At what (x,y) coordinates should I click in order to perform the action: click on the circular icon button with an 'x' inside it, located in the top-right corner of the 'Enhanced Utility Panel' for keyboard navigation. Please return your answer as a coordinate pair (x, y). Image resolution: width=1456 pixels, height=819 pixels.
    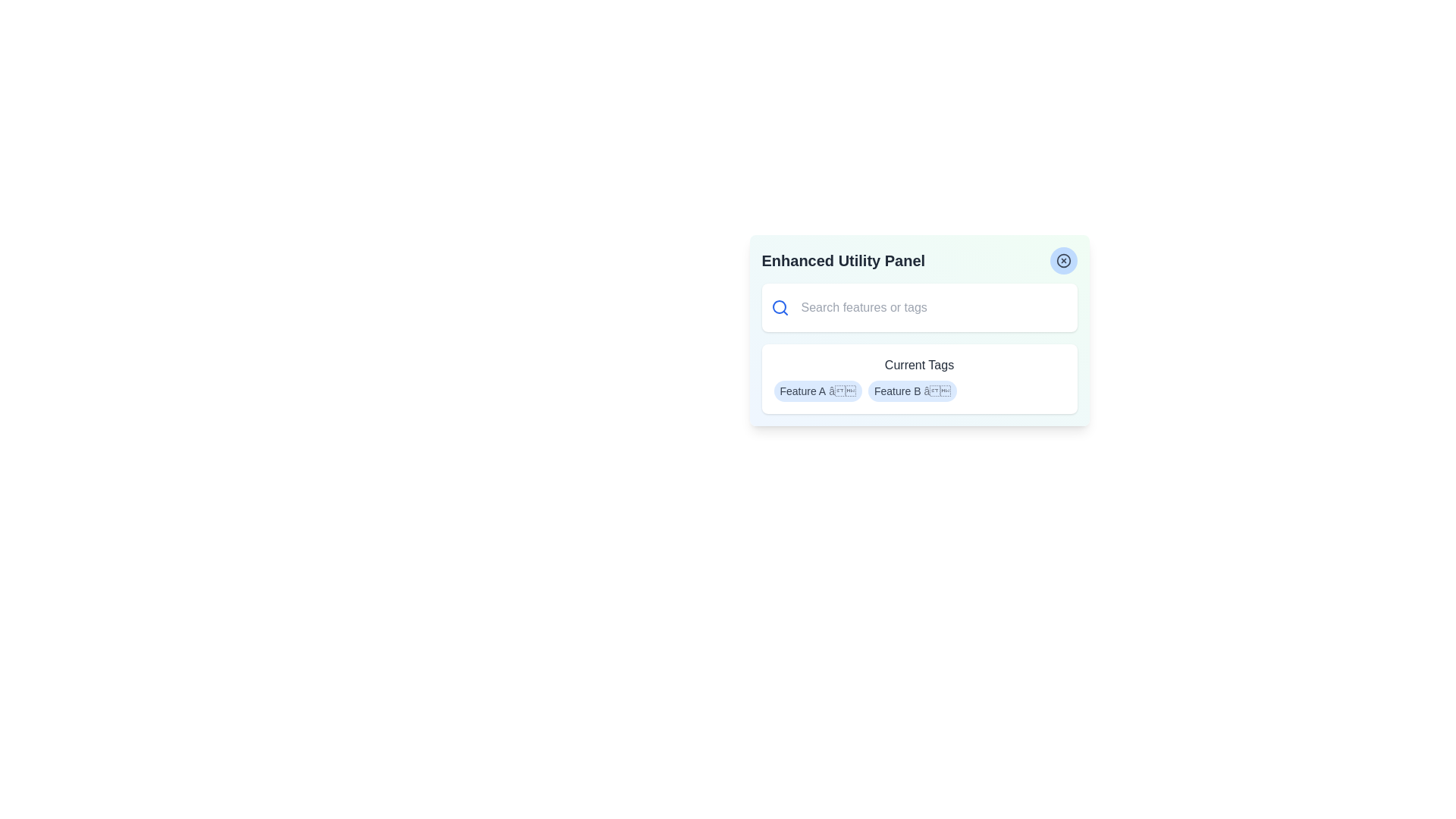
    Looking at the image, I should click on (1062, 259).